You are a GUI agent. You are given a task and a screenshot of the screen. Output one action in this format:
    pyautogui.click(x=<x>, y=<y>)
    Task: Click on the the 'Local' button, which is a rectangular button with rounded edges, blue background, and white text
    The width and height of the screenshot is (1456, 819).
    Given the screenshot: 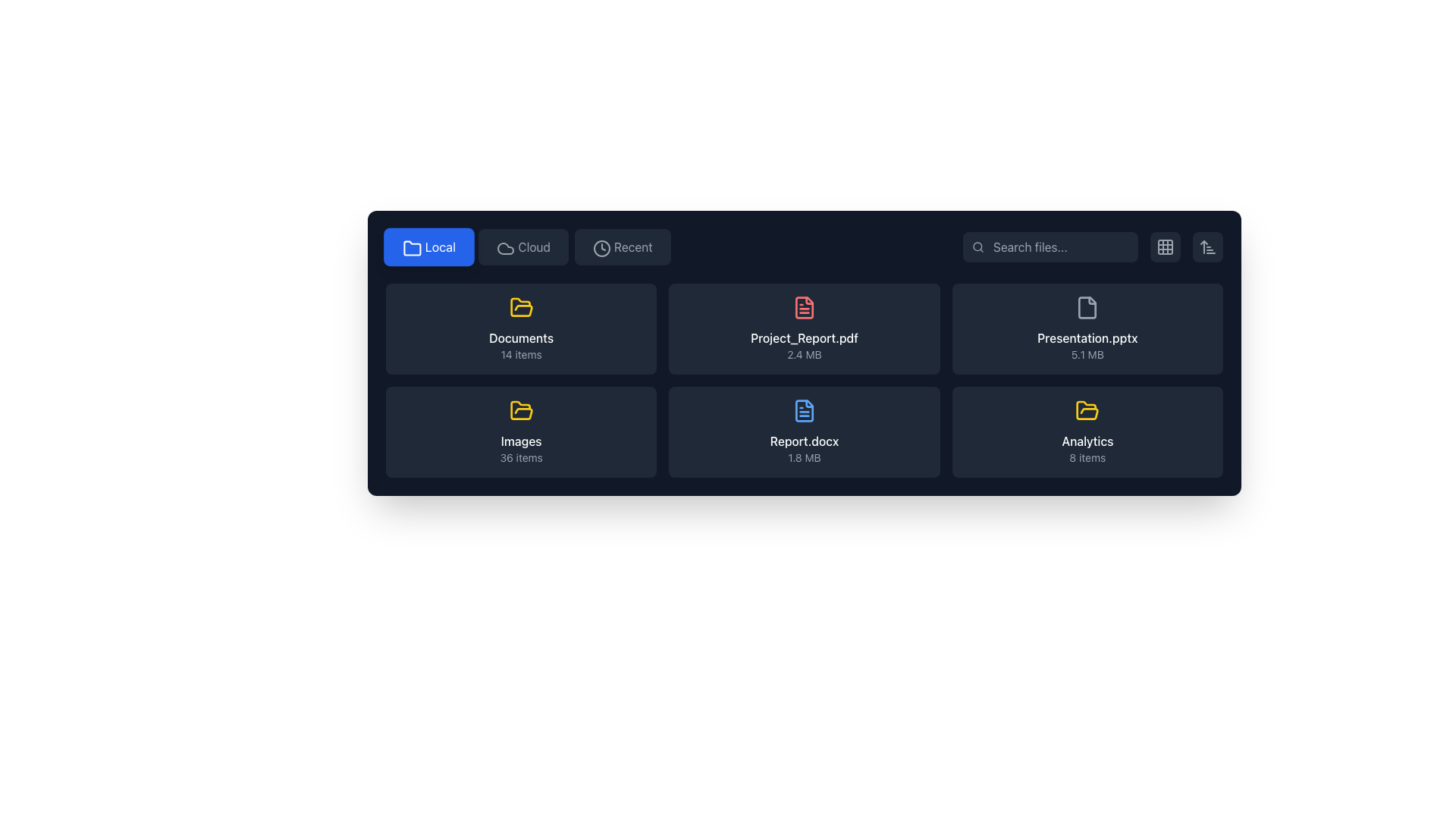 What is the action you would take?
    pyautogui.click(x=428, y=246)
    